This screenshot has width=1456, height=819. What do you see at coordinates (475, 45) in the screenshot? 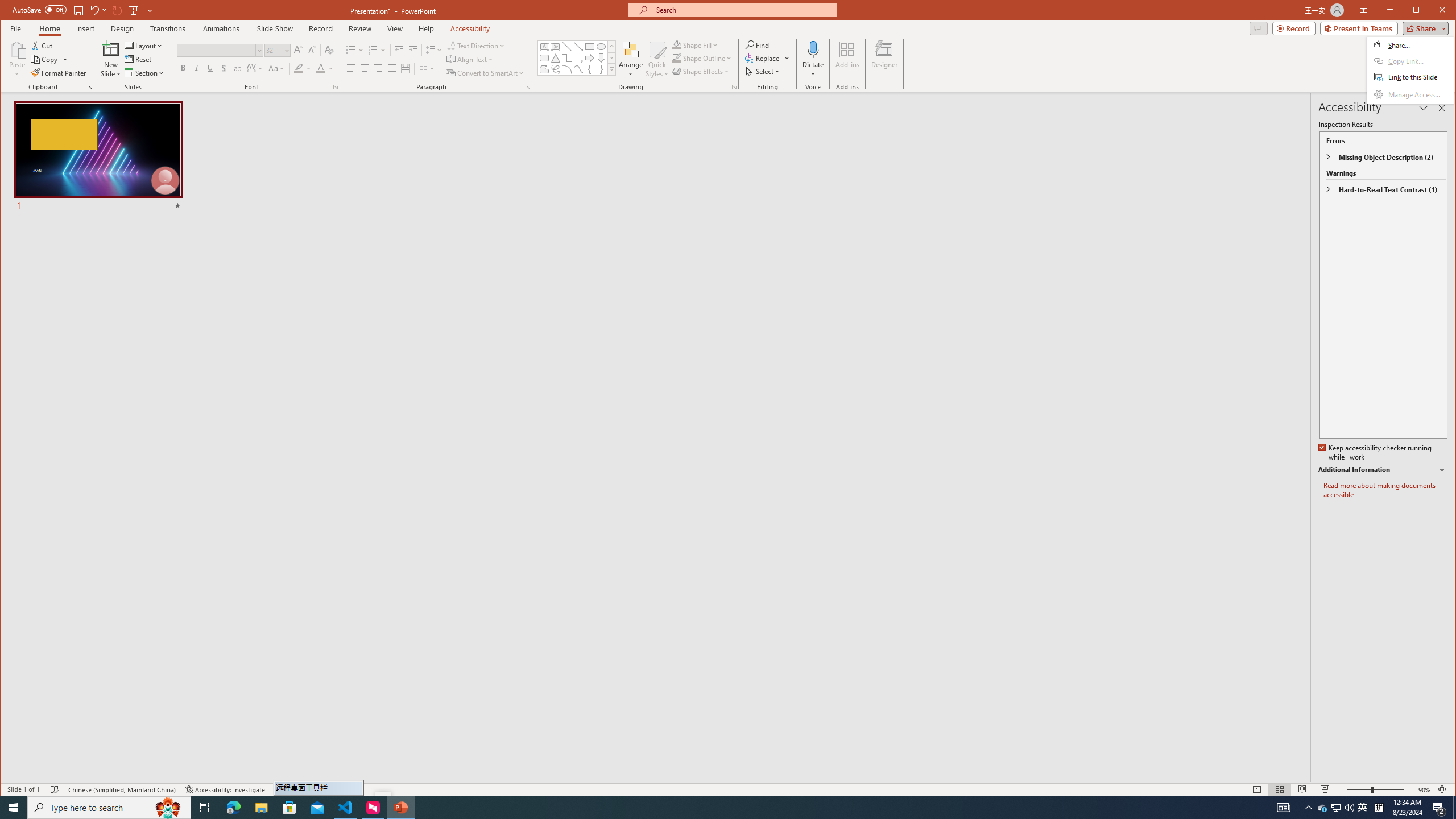
I see `'Text Direction'` at bounding box center [475, 45].